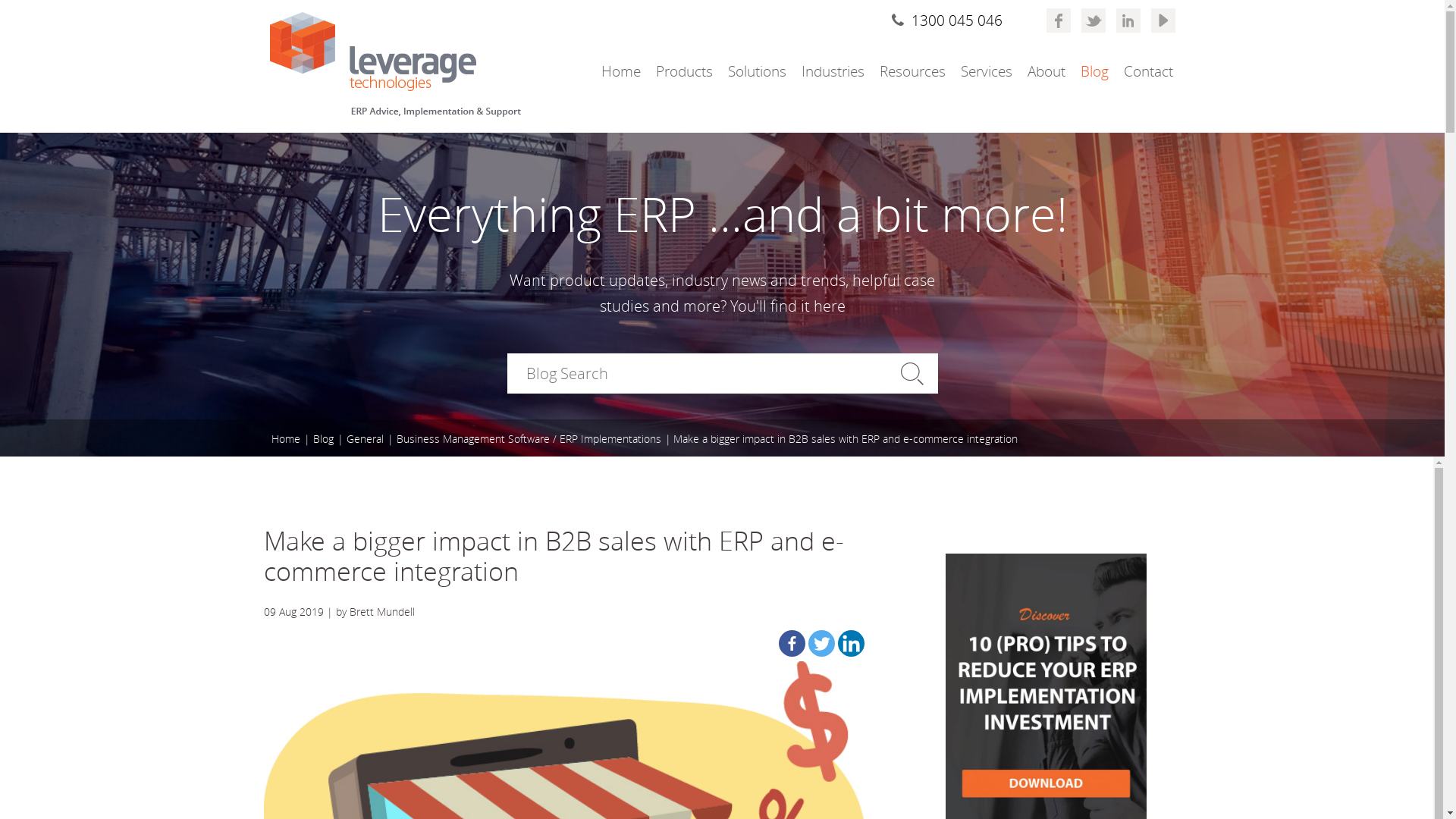 The width and height of the screenshot is (1456, 819). What do you see at coordinates (1124, 71) in the screenshot?
I see `'Contact'` at bounding box center [1124, 71].